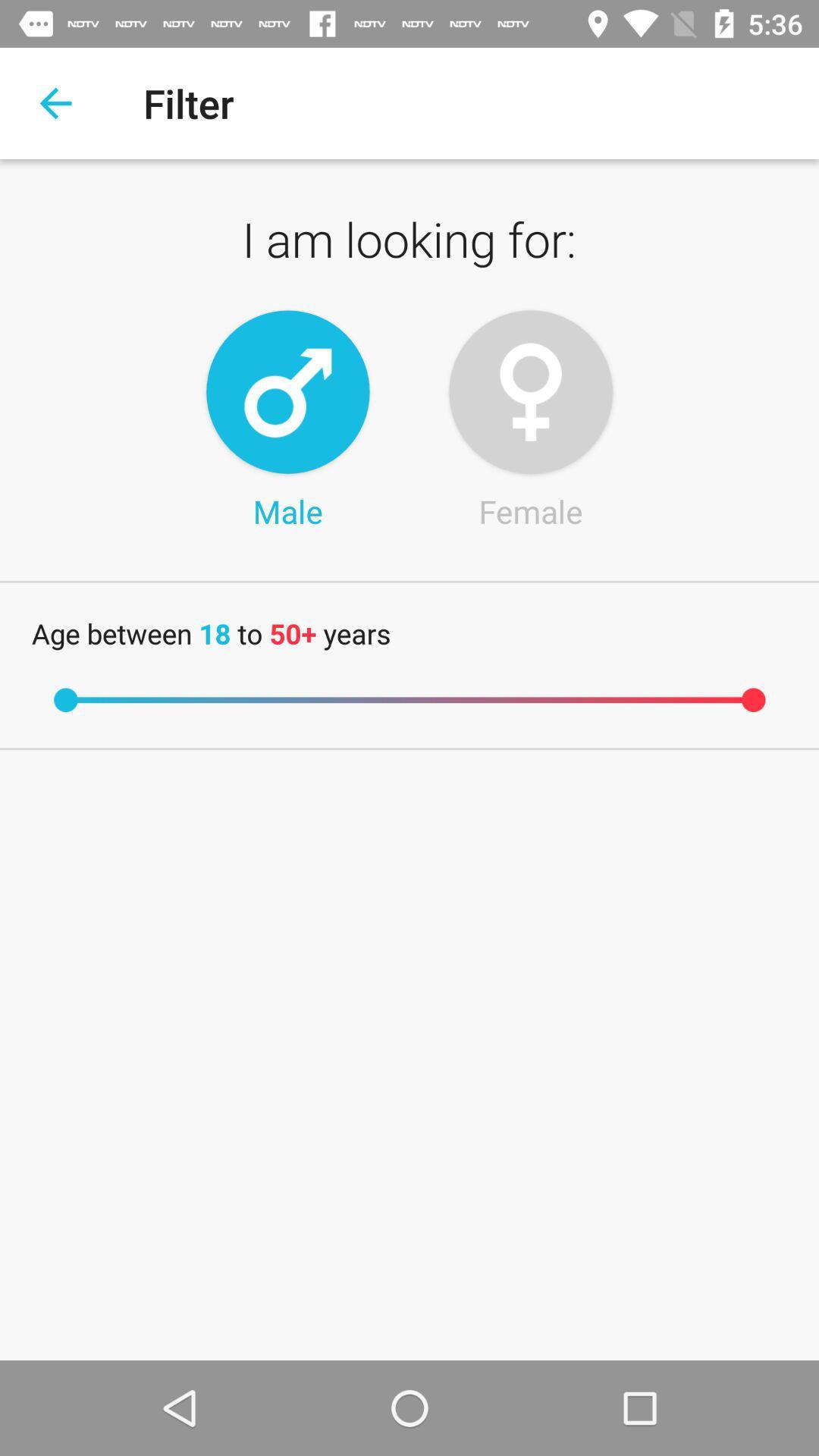 The width and height of the screenshot is (819, 1456). What do you see at coordinates (55, 102) in the screenshot?
I see `the item above i am looking item` at bounding box center [55, 102].